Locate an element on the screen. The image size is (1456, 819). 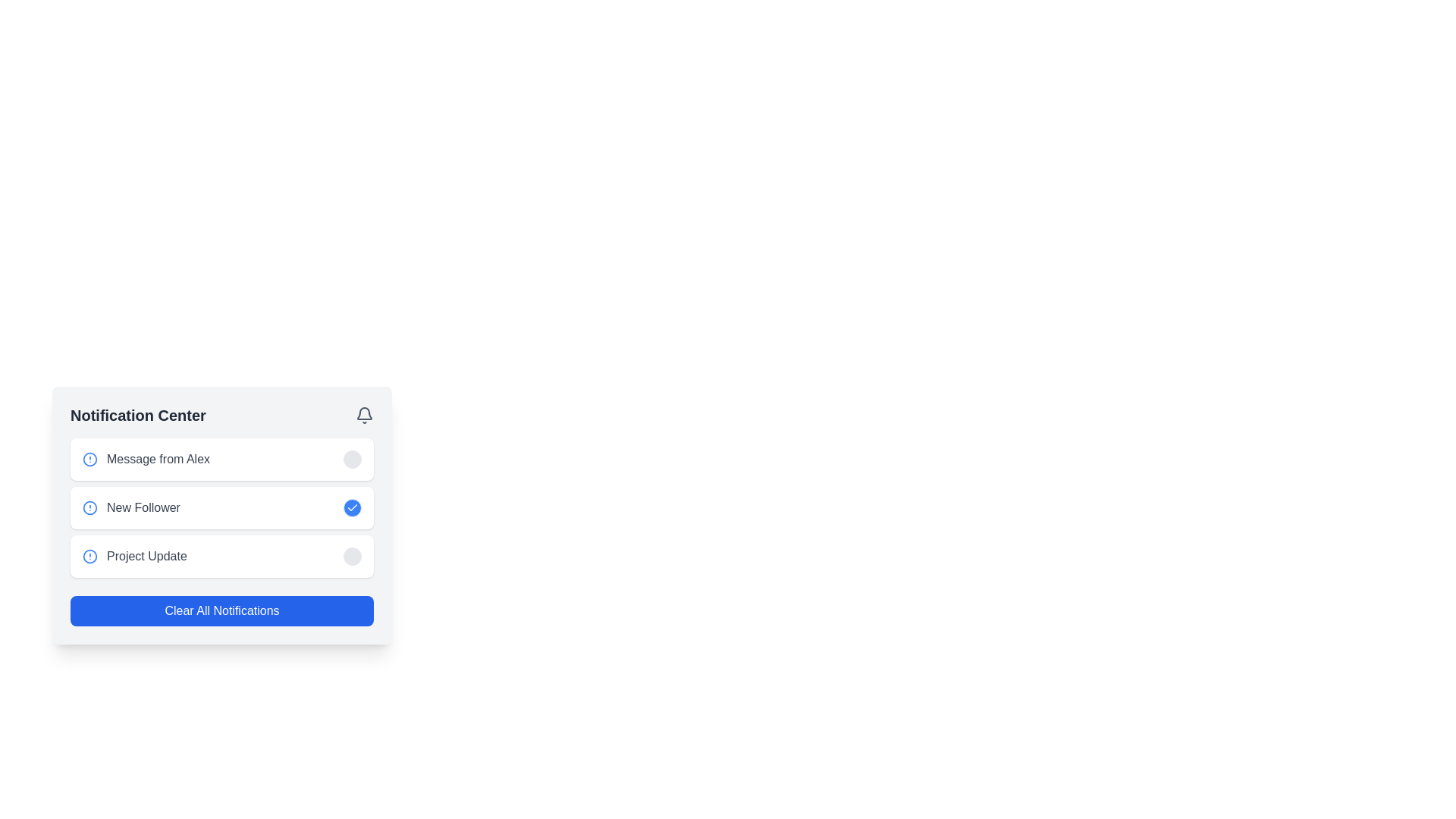
the circular shape within the notification icon that is located next to the 'Message from Alex' text is located at coordinates (89, 458).